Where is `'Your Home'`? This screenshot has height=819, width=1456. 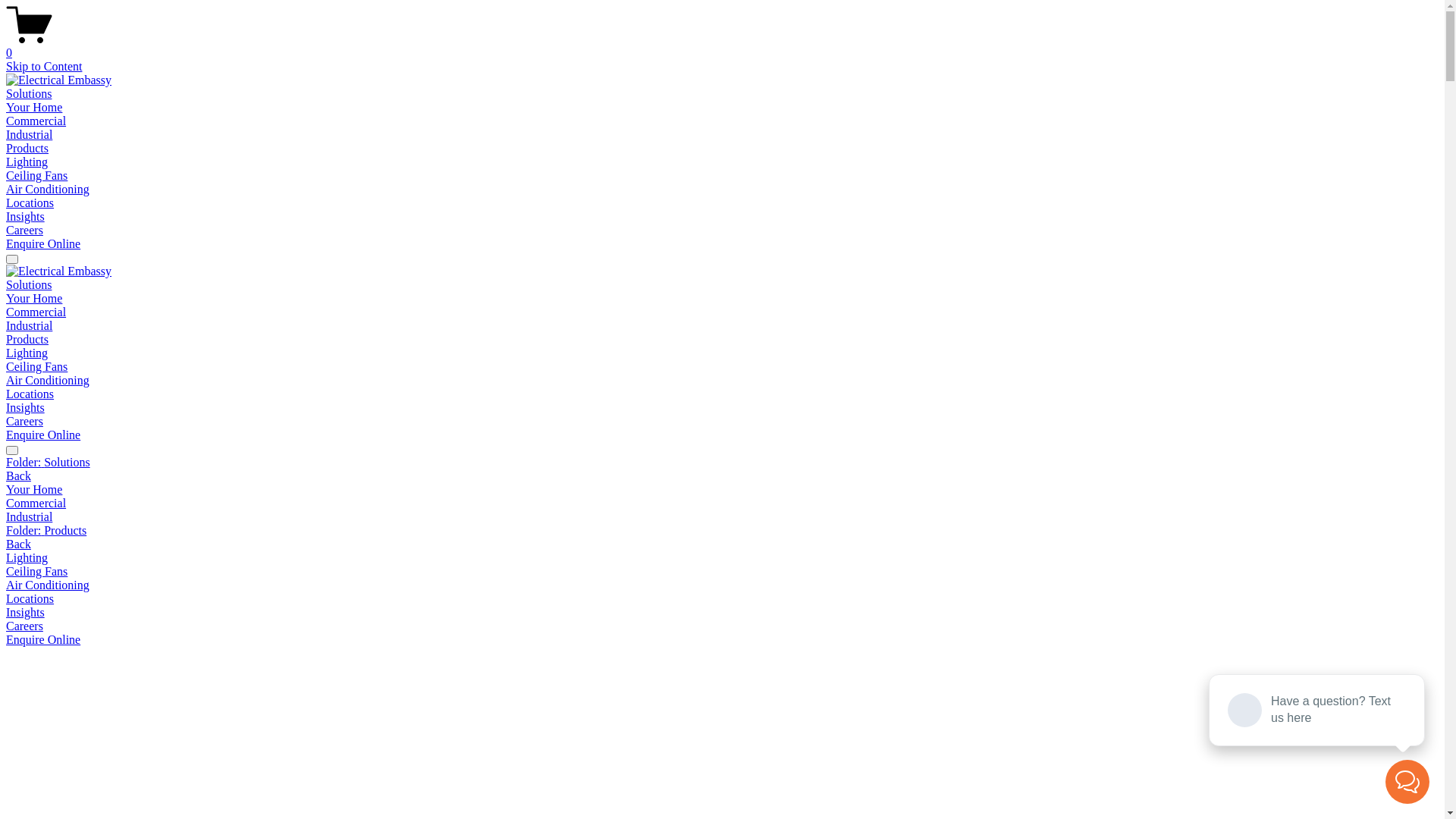
'Your Home' is located at coordinates (33, 106).